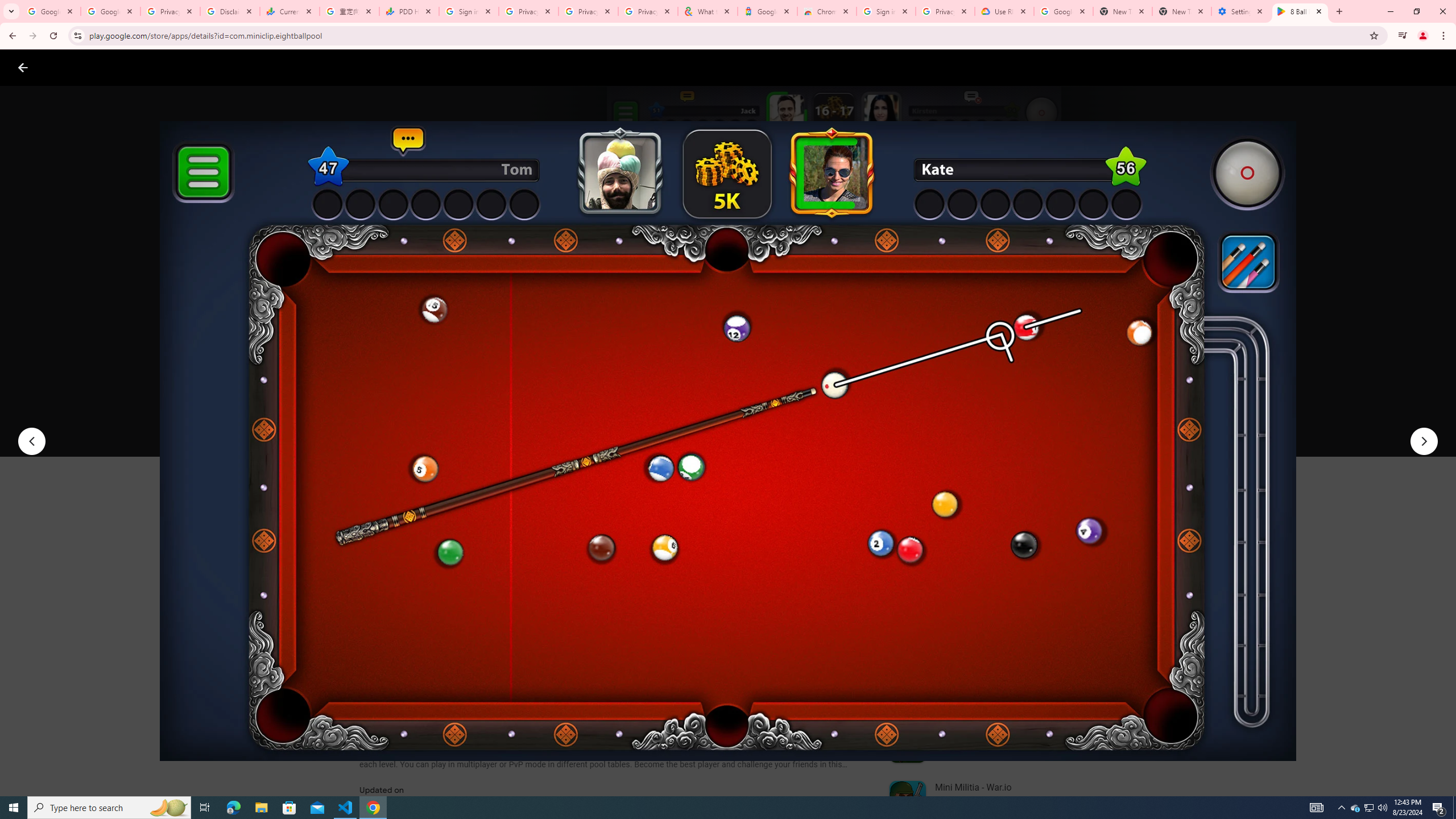  What do you see at coordinates (1182, 11) in the screenshot?
I see `'New Tab'` at bounding box center [1182, 11].